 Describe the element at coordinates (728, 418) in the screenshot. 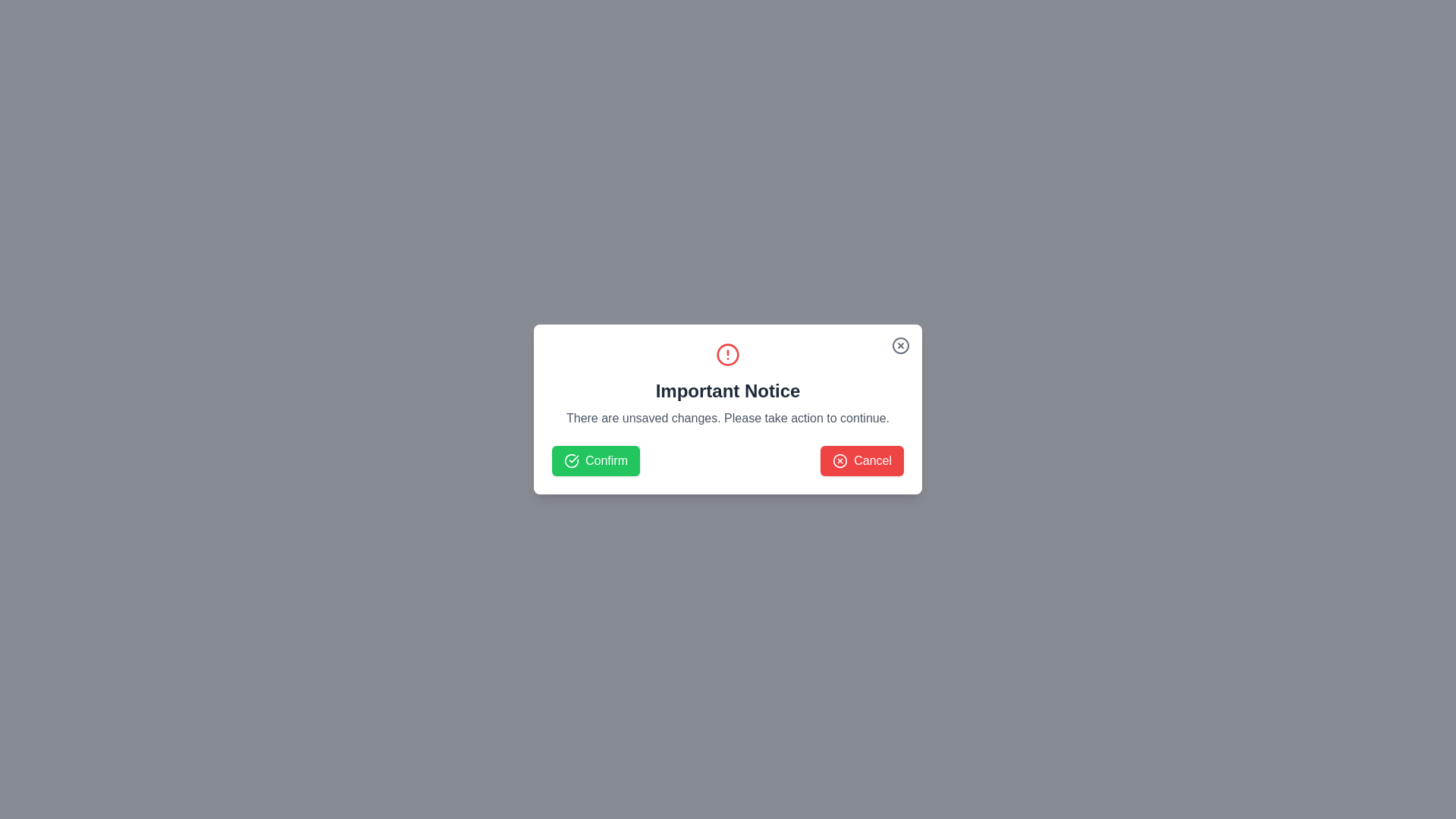

I see `informational text that states 'There are unsaved changes. Please take action to continue.' which is styled in gray color, located below the bold title 'Important Notice' in the center of the modal window` at that location.